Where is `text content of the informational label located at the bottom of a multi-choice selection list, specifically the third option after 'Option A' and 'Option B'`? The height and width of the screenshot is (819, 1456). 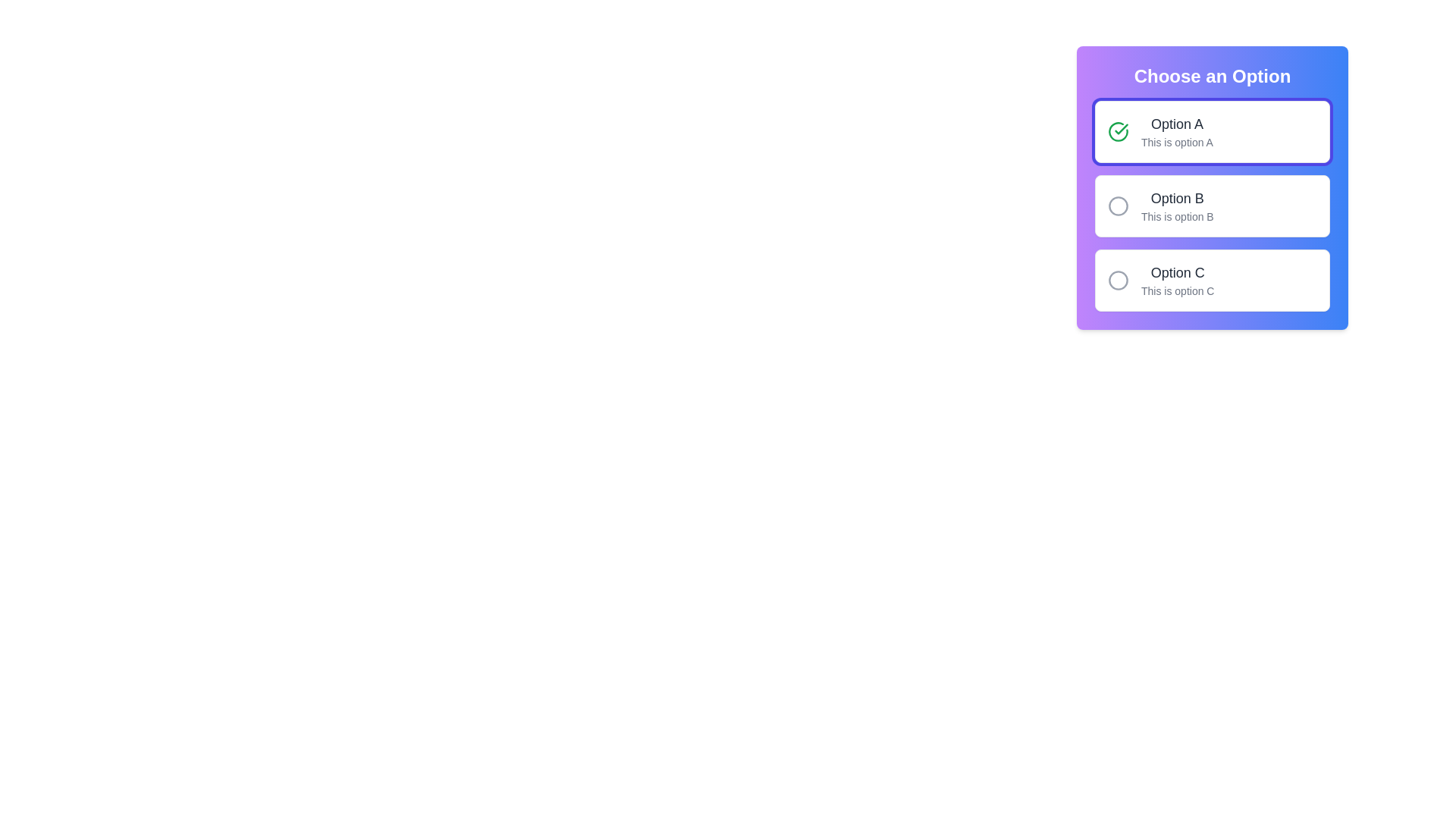
text content of the informational label located at the bottom of a multi-choice selection list, specifically the third option after 'Option A' and 'Option B' is located at coordinates (1177, 281).